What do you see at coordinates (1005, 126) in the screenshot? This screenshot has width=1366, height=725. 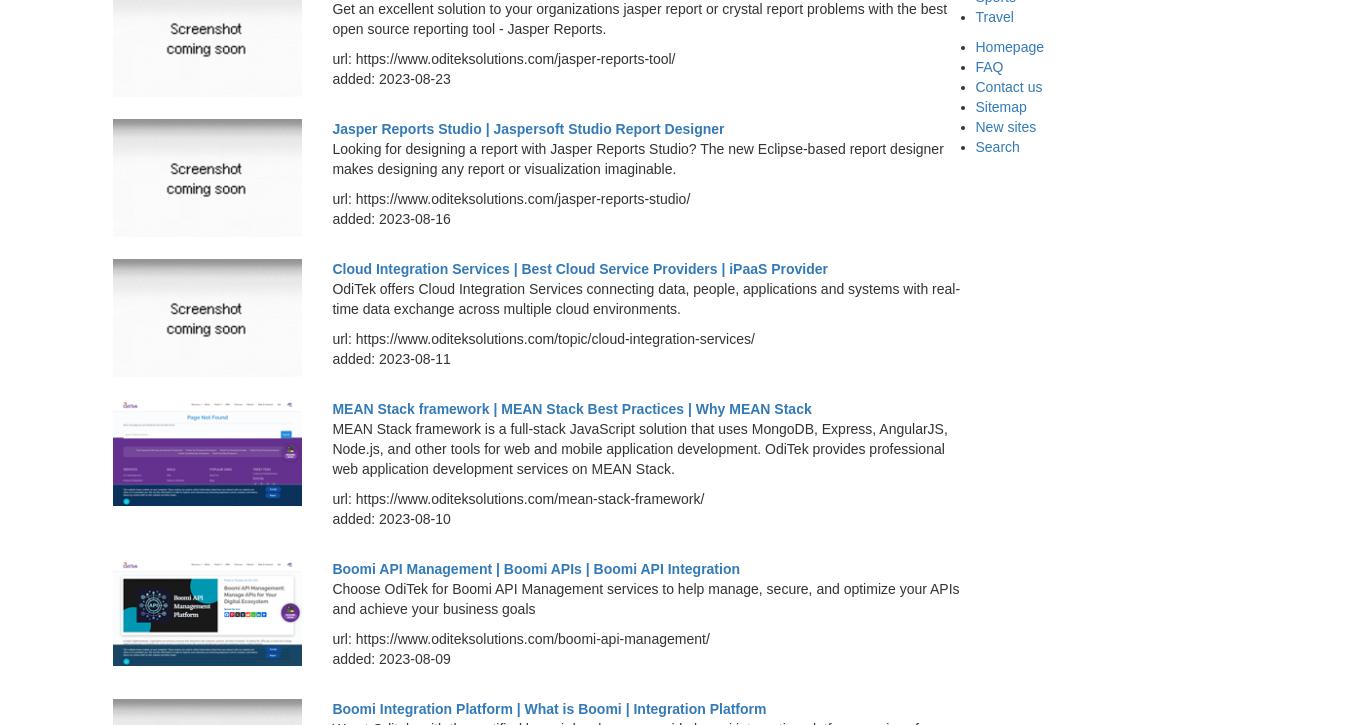 I see `'New sites'` at bounding box center [1005, 126].